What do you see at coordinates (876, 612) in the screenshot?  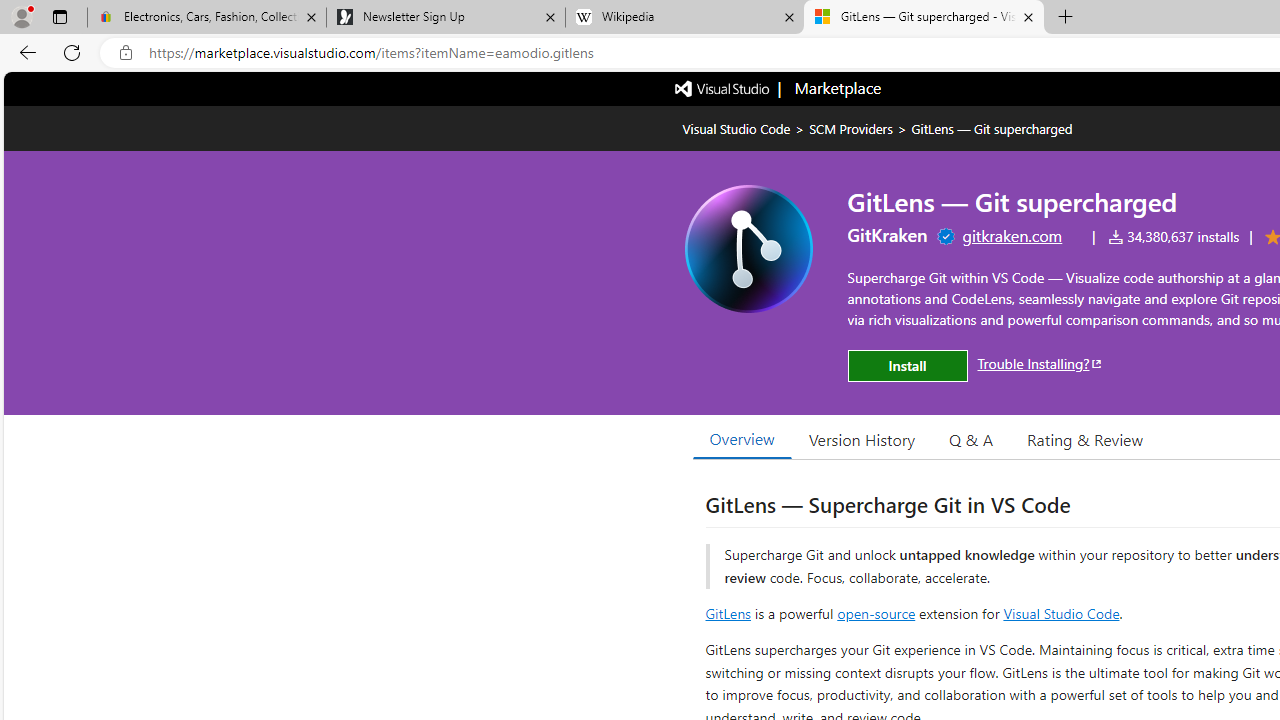 I see `'open-source'` at bounding box center [876, 612].